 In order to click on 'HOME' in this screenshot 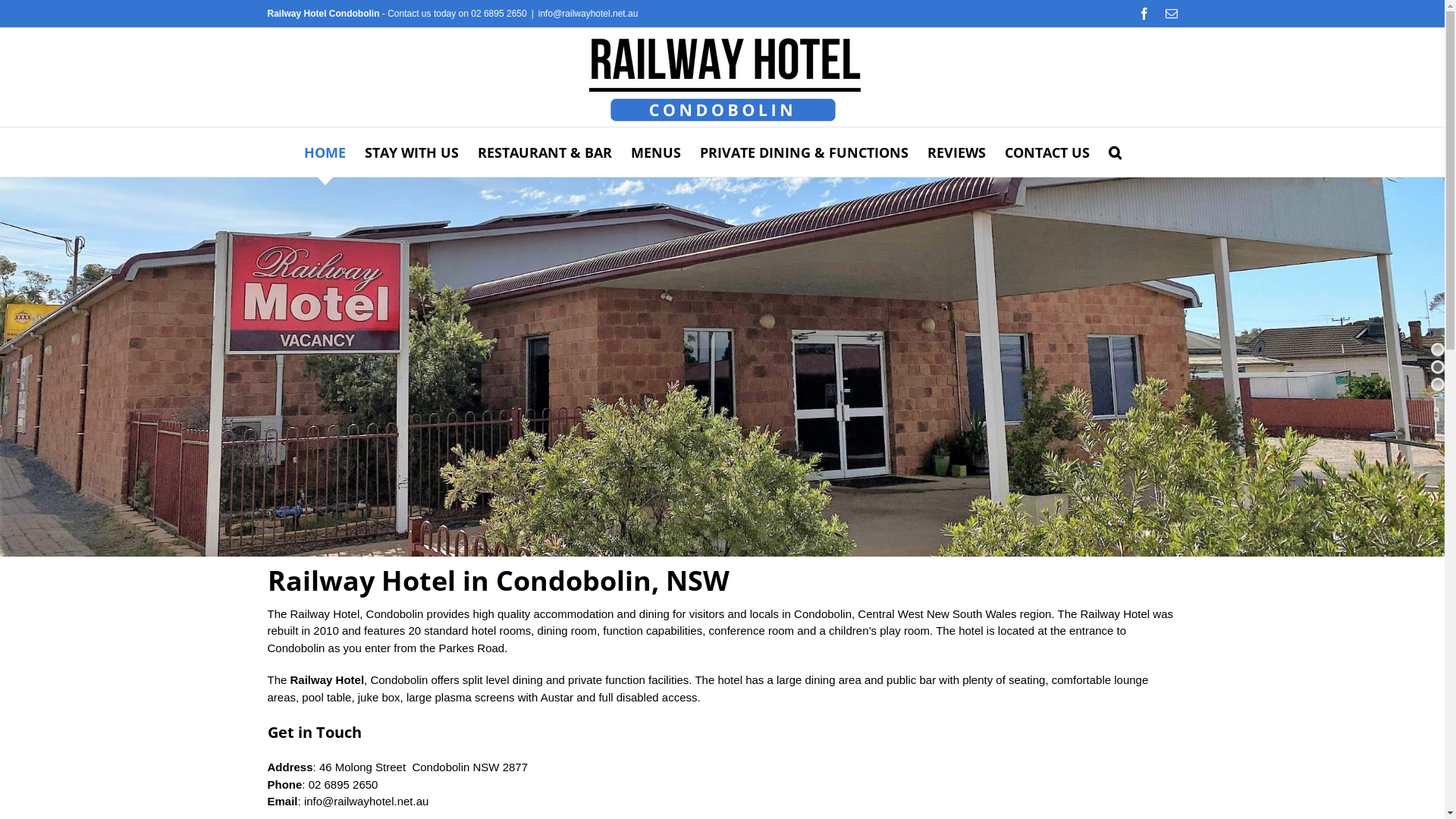, I will do `click(324, 152)`.